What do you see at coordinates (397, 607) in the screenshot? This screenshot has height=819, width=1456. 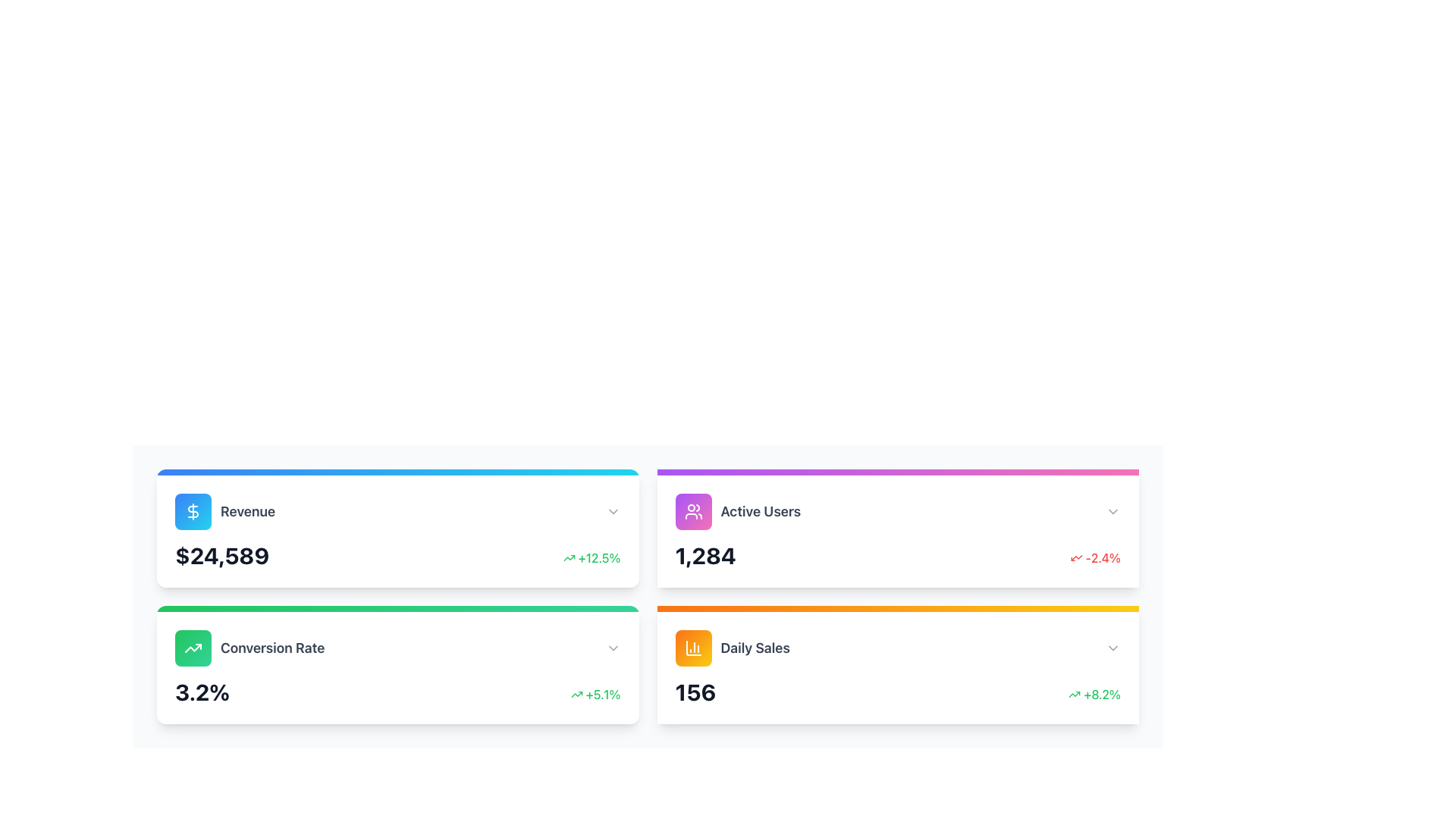 I see `the progress bar located beneath the 'Conversion Rate' header, visually indicating progress or completion` at bounding box center [397, 607].